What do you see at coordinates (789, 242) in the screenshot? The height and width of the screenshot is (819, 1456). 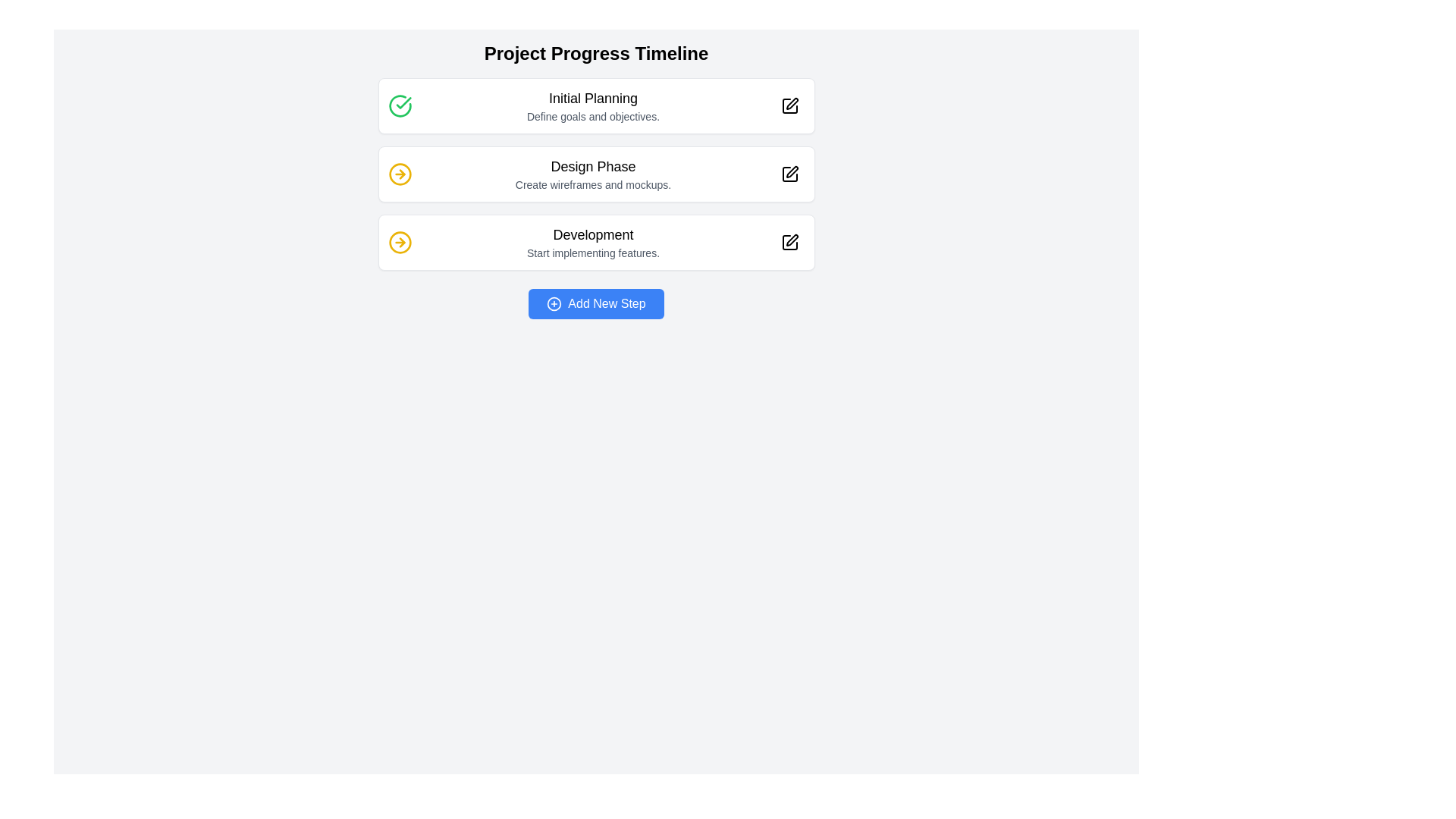 I see `the pencil icon located at the rightmost position in the 'Development' step section` at bounding box center [789, 242].